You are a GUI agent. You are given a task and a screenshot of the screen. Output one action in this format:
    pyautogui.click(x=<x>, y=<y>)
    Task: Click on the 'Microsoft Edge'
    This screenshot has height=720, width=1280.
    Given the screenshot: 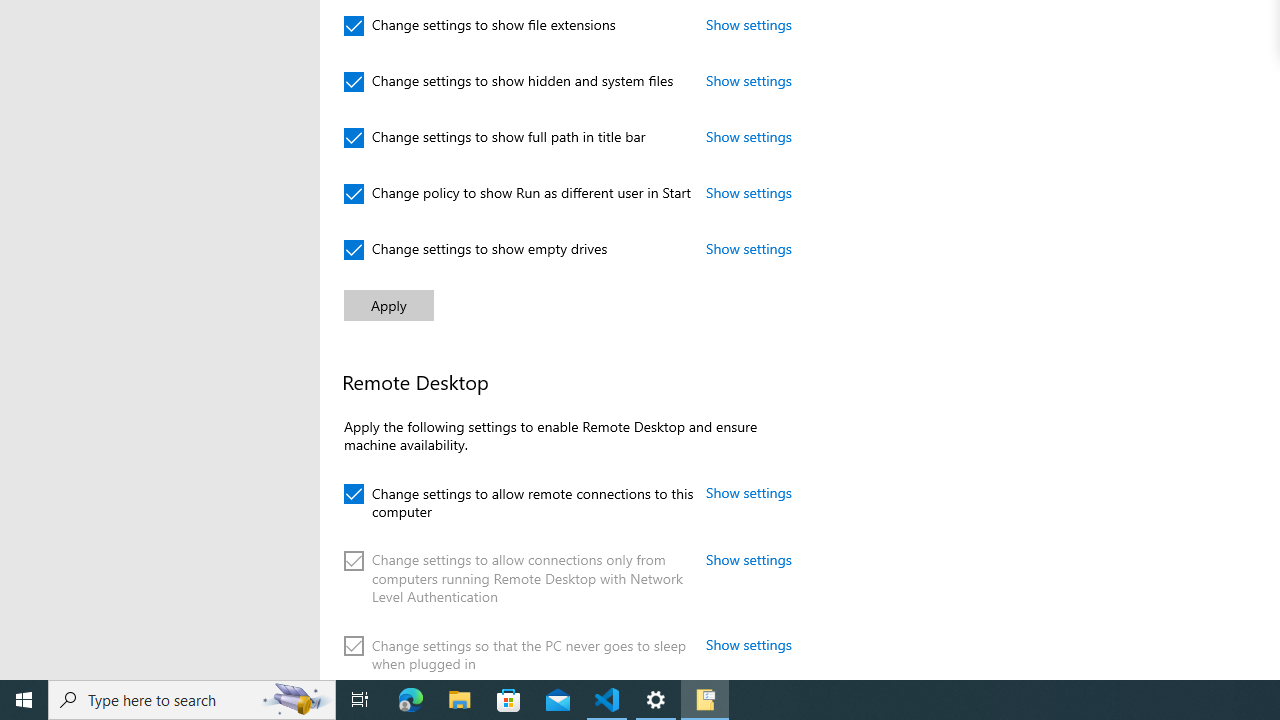 What is the action you would take?
    pyautogui.click(x=410, y=698)
    